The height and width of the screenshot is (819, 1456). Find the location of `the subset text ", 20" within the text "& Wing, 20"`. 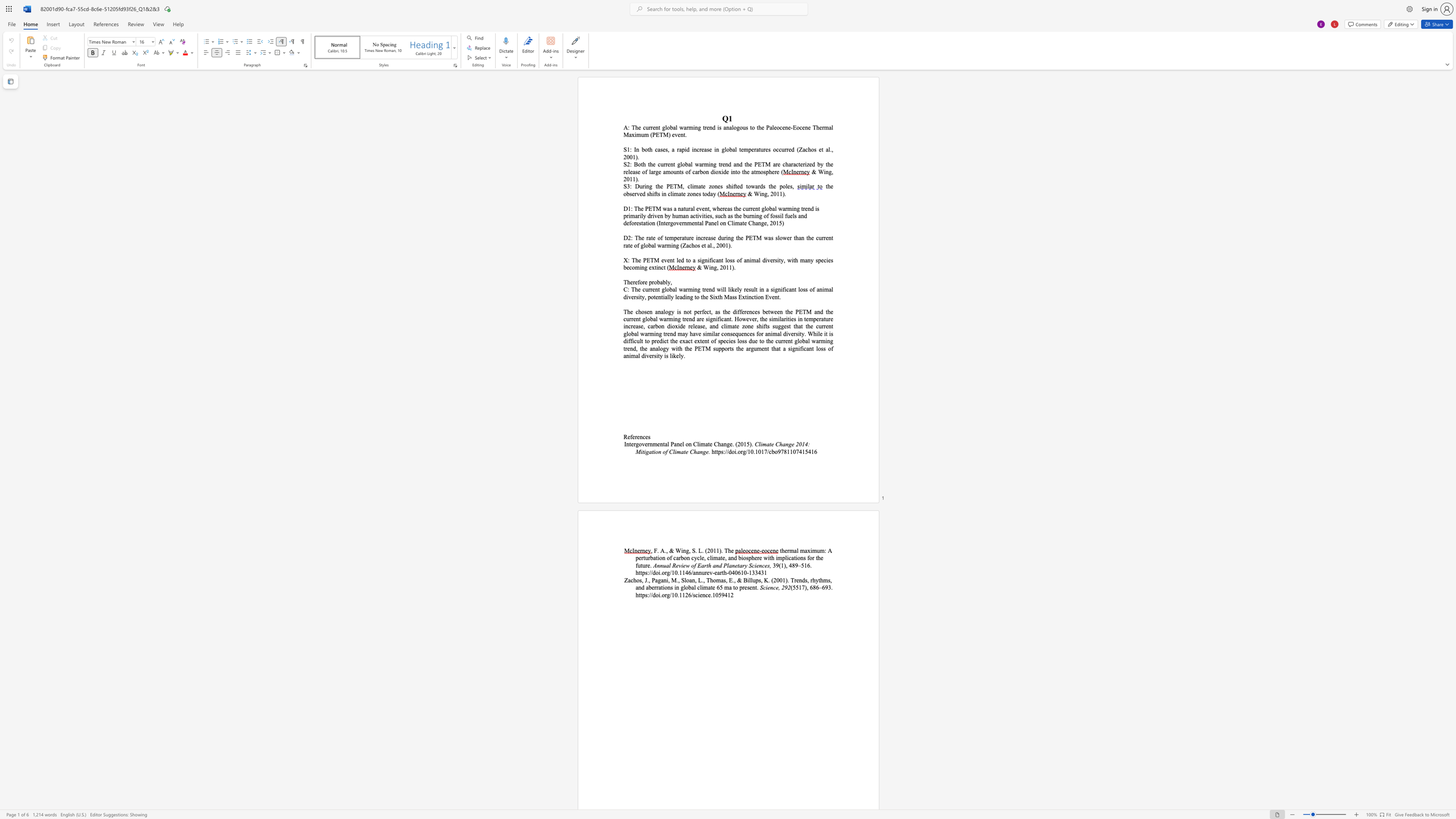

the subset text ", 20" within the text "& Wing, 20" is located at coordinates (767, 193).